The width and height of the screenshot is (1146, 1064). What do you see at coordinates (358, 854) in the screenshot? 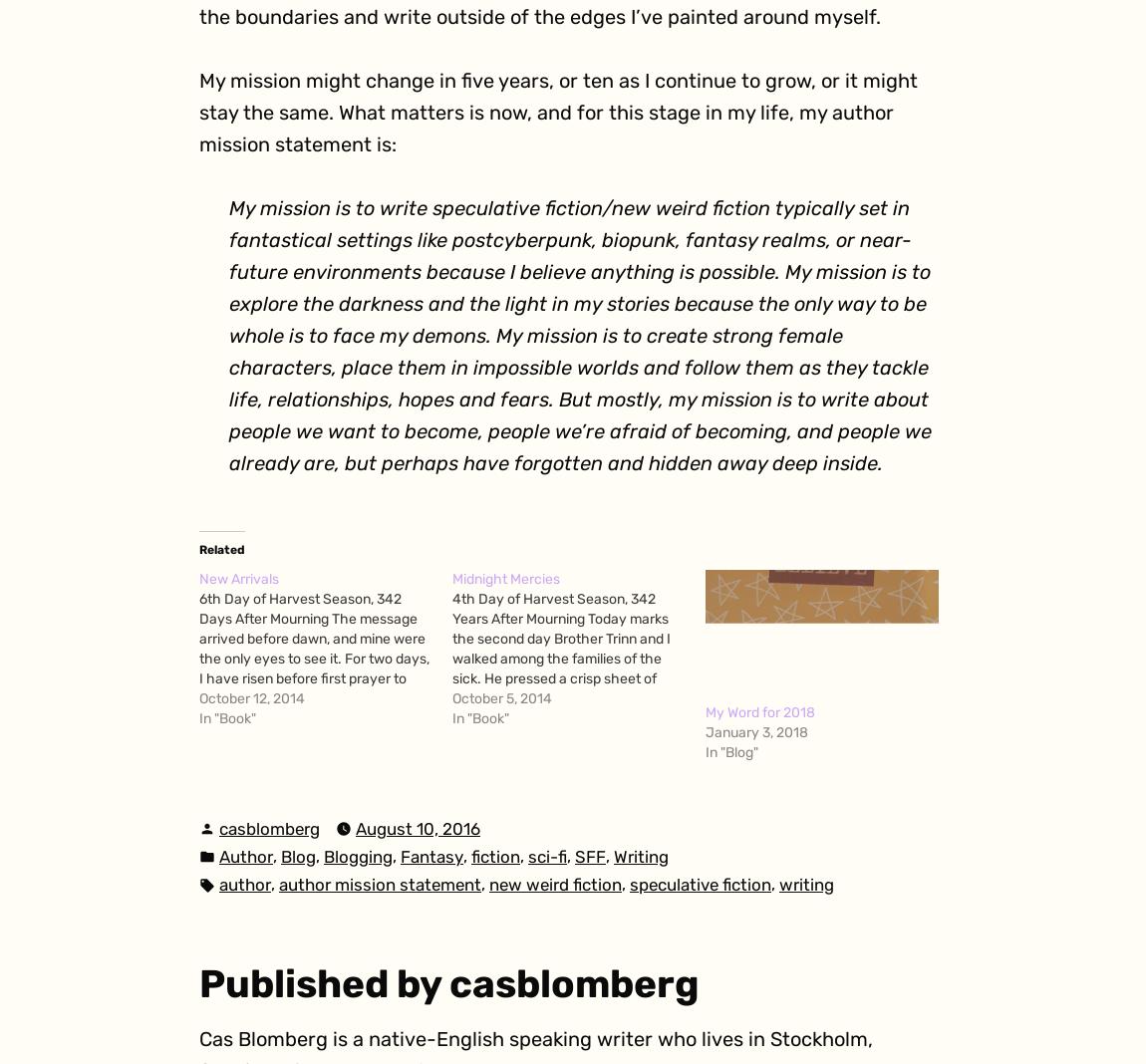
I see `'Blogging'` at bounding box center [358, 854].